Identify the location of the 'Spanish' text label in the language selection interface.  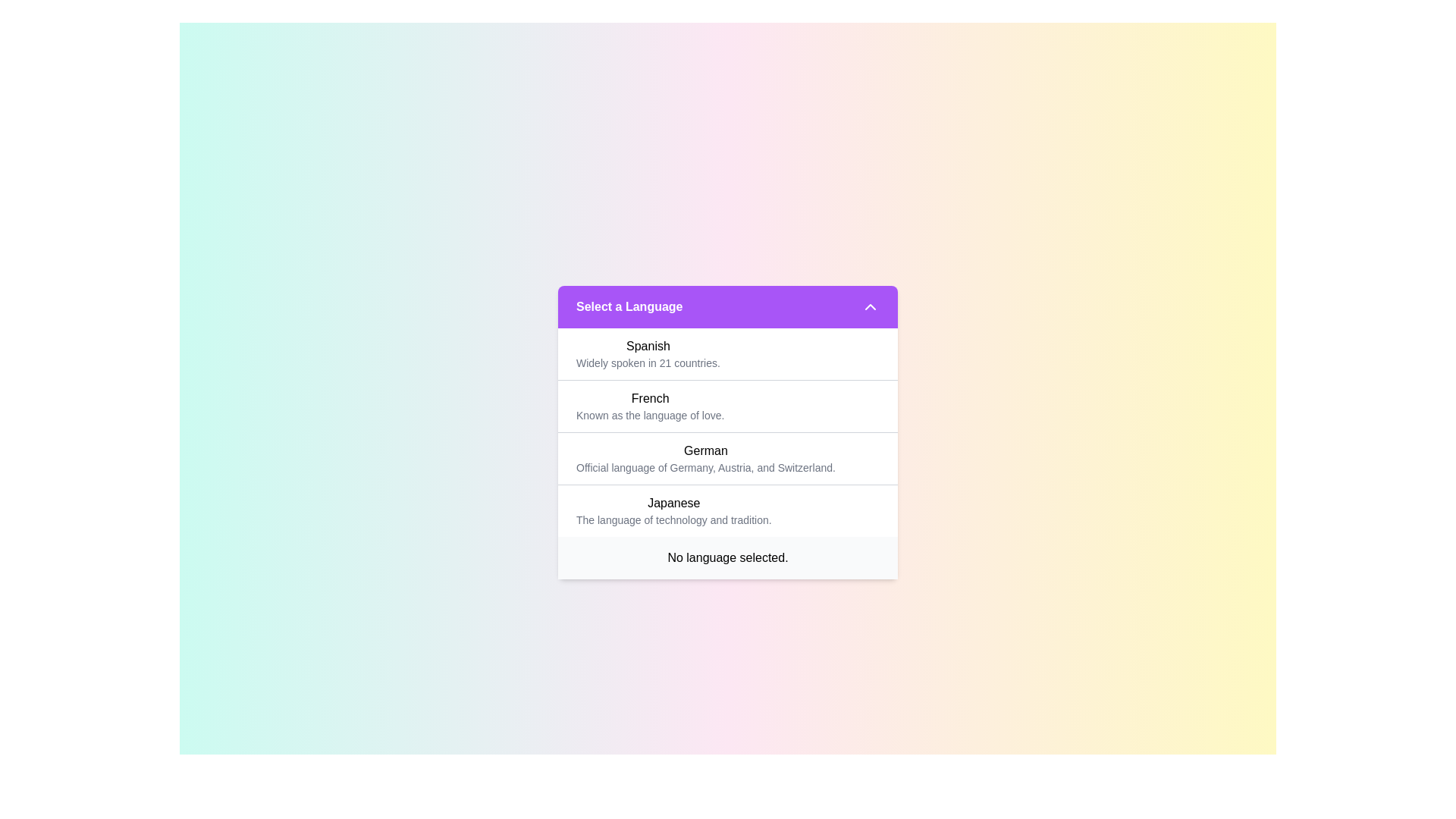
(648, 346).